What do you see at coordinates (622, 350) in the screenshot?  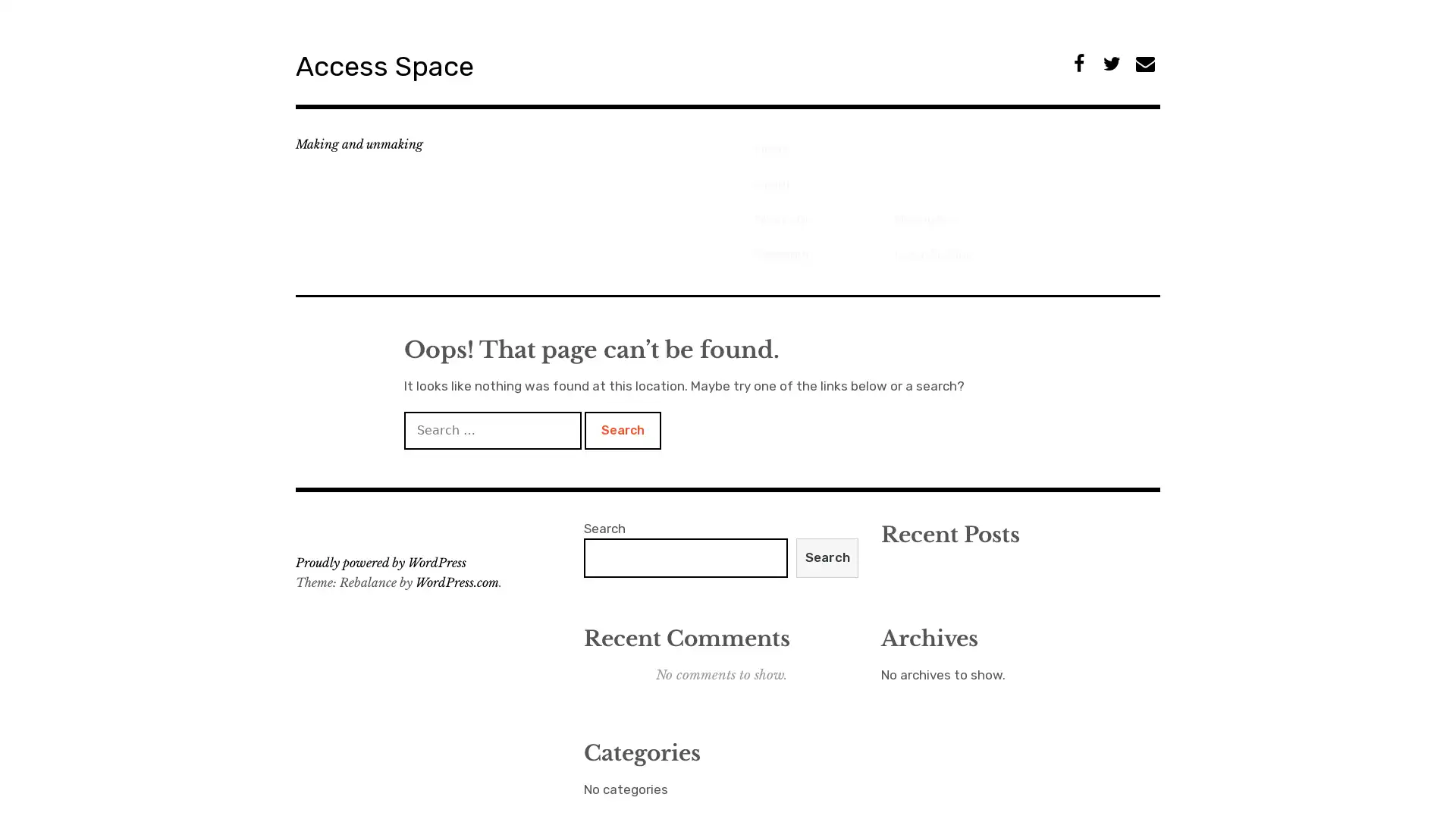 I see `Search` at bounding box center [622, 350].